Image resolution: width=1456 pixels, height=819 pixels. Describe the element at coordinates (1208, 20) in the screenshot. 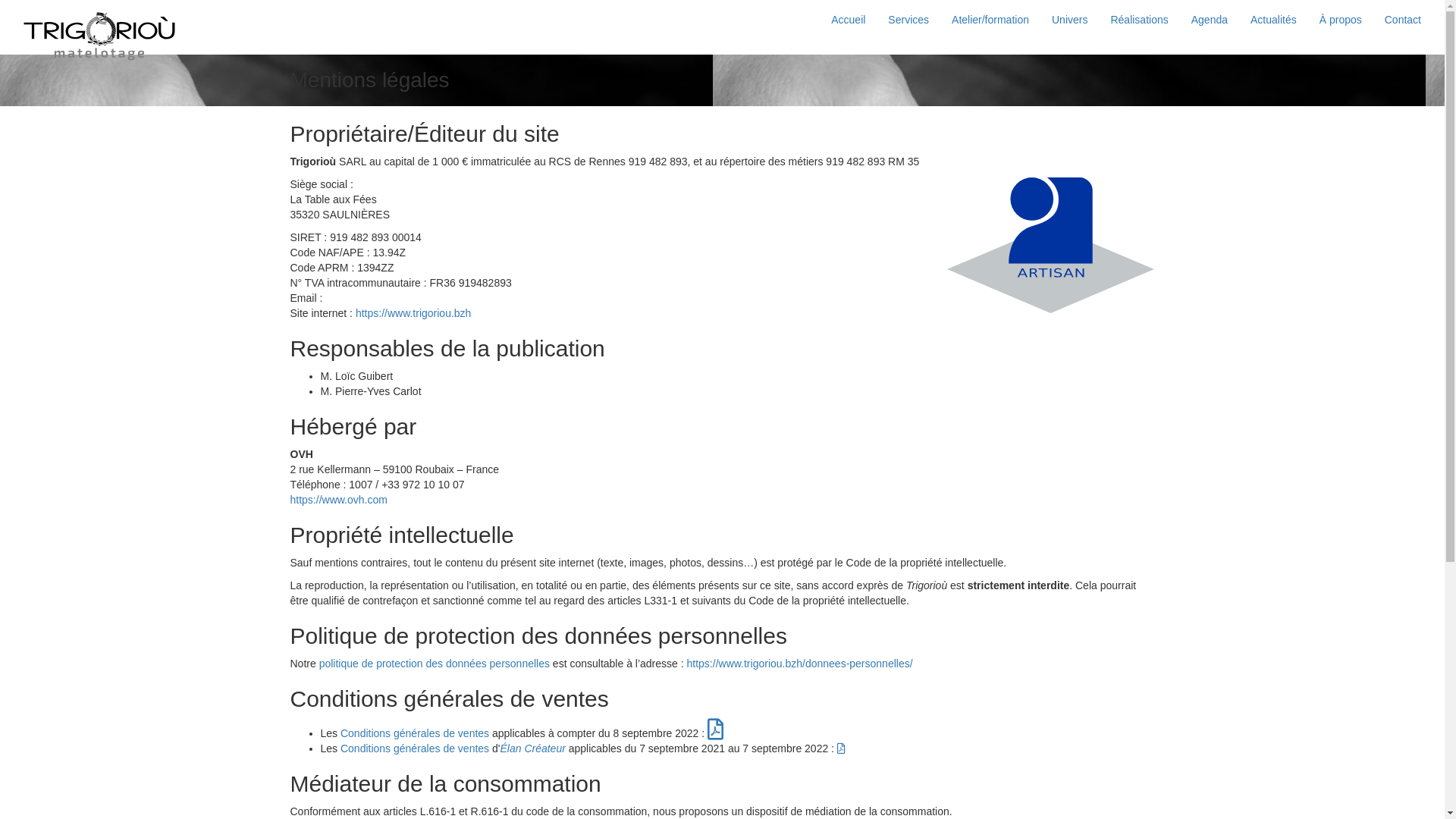

I see `'Agenda'` at that location.